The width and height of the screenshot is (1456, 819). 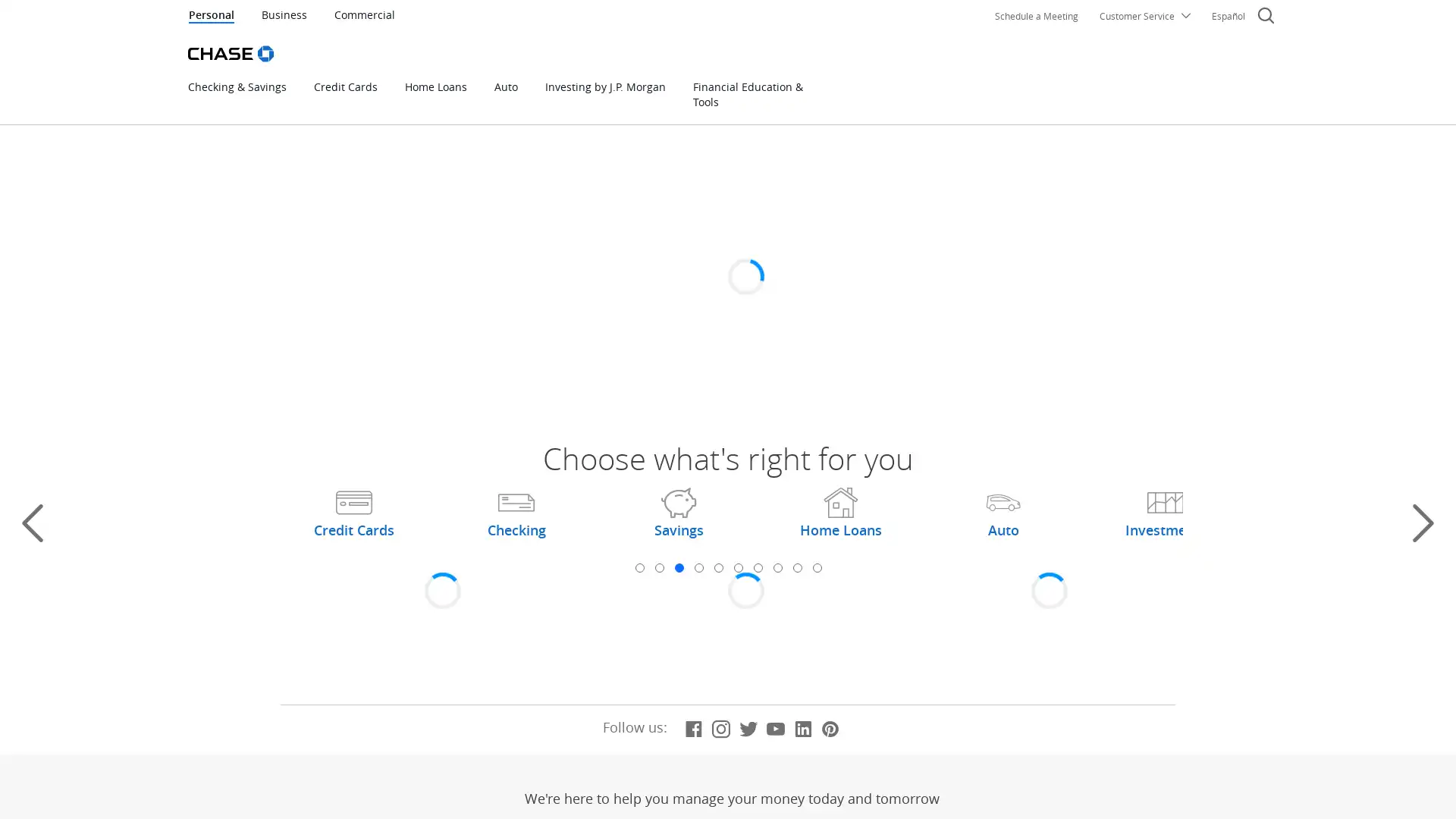 I want to click on Slide 1 of 10, so click(x=639, y=567).